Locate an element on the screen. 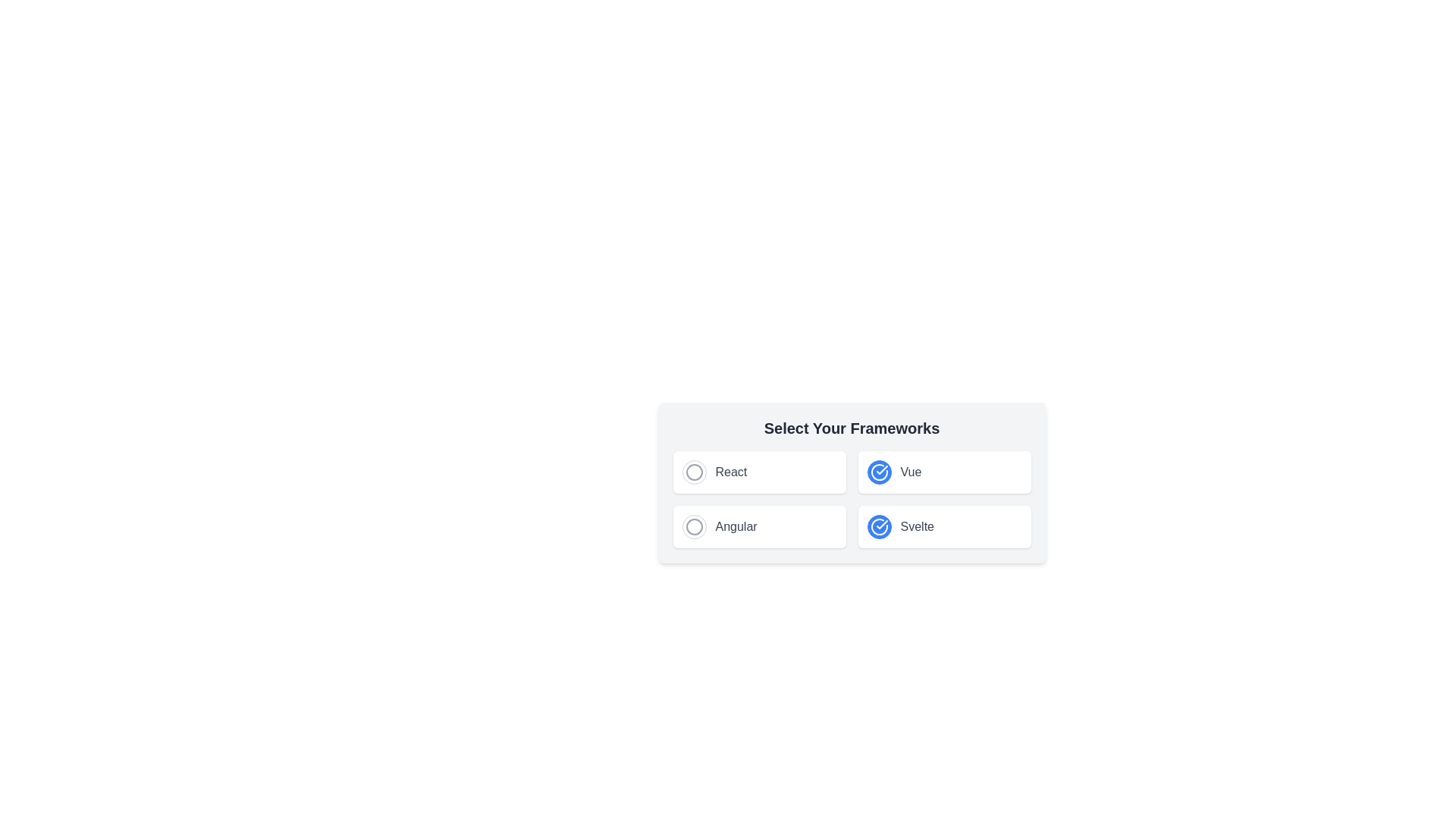 This screenshot has width=1456, height=819. the circular icon with a checkmark inside, styled in white with a blue background is located at coordinates (879, 526).